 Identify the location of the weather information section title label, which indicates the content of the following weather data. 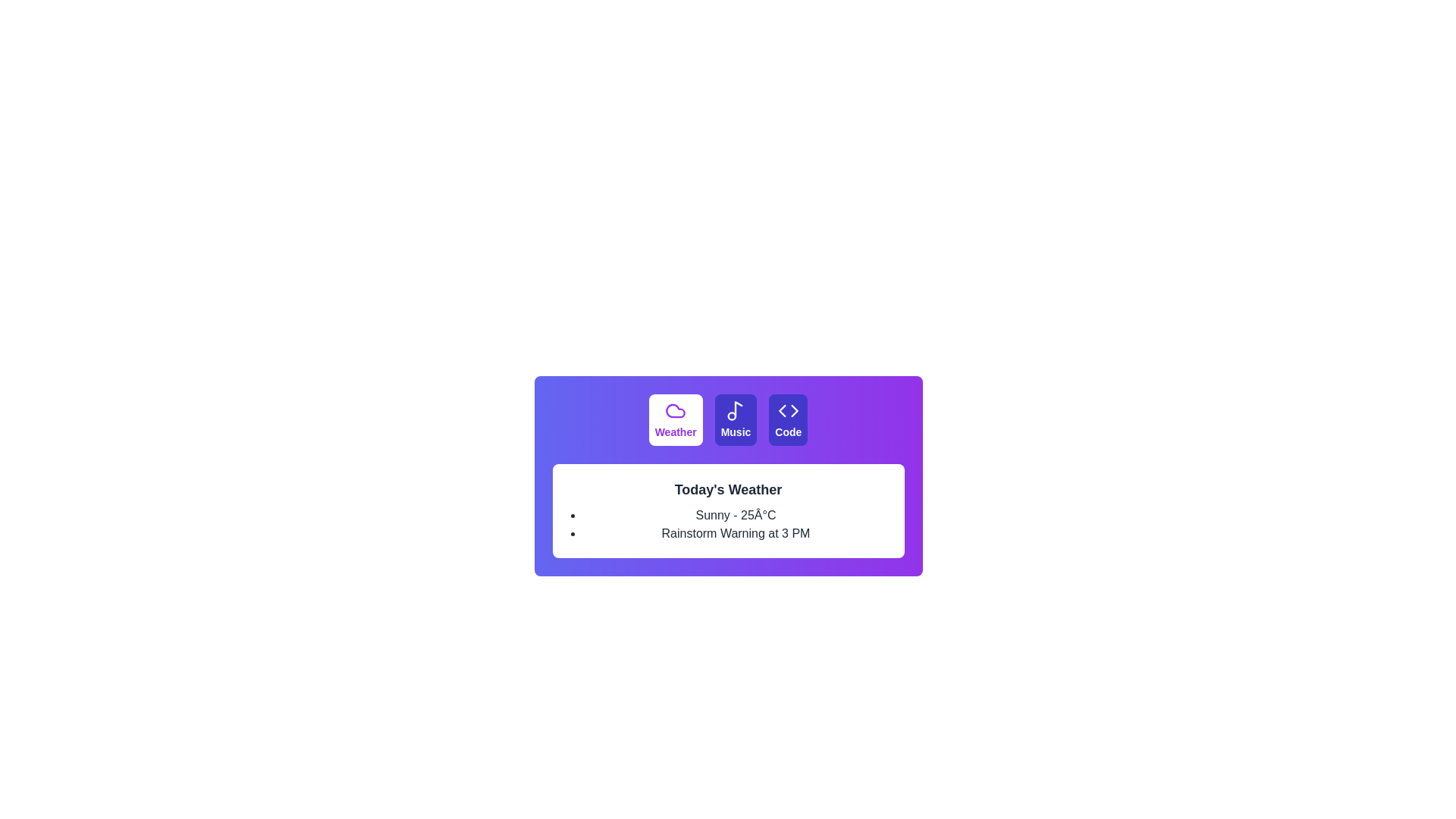
(728, 489).